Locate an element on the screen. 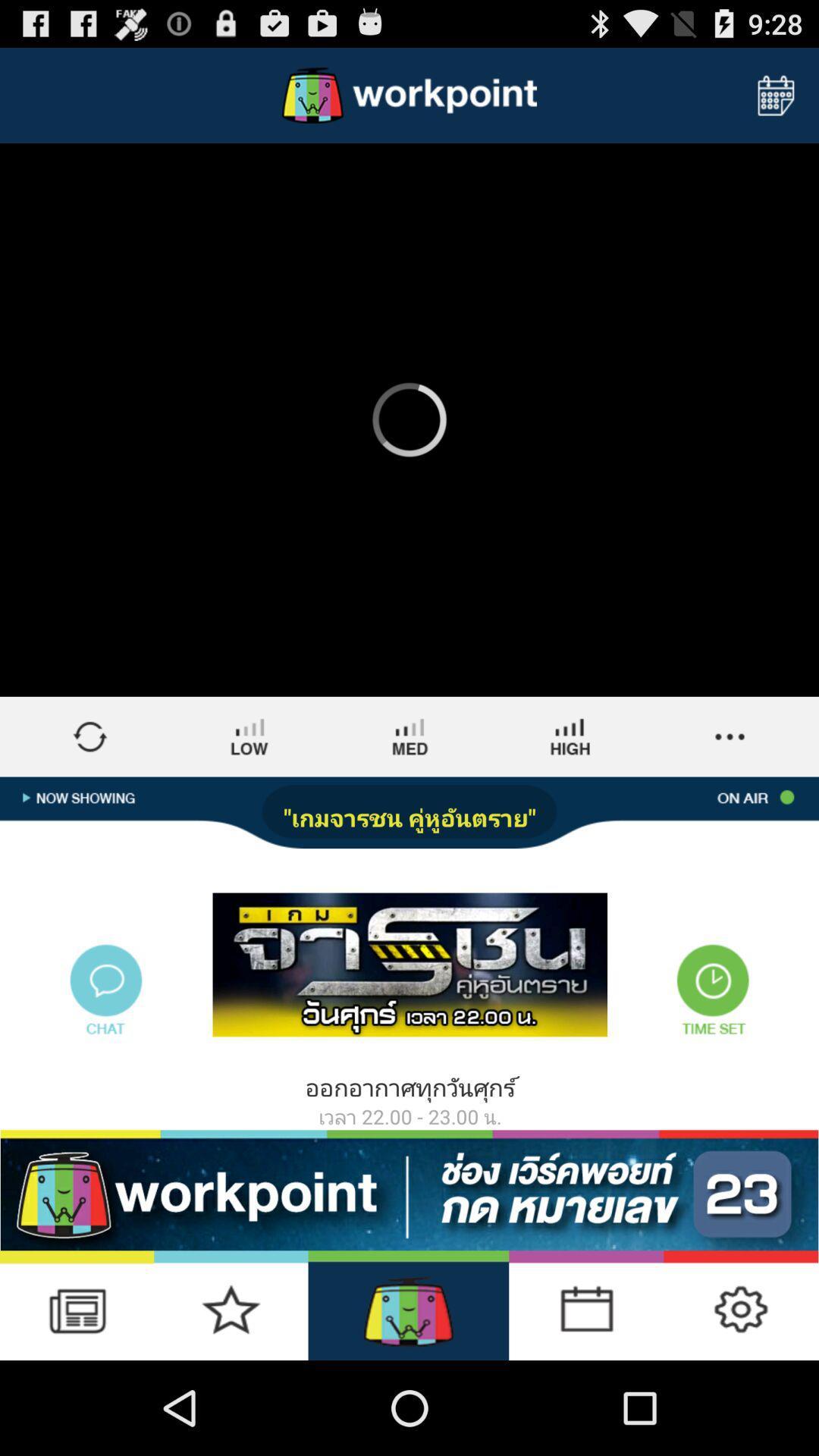 Image resolution: width=819 pixels, height=1456 pixels. the swap icon is located at coordinates (89, 788).